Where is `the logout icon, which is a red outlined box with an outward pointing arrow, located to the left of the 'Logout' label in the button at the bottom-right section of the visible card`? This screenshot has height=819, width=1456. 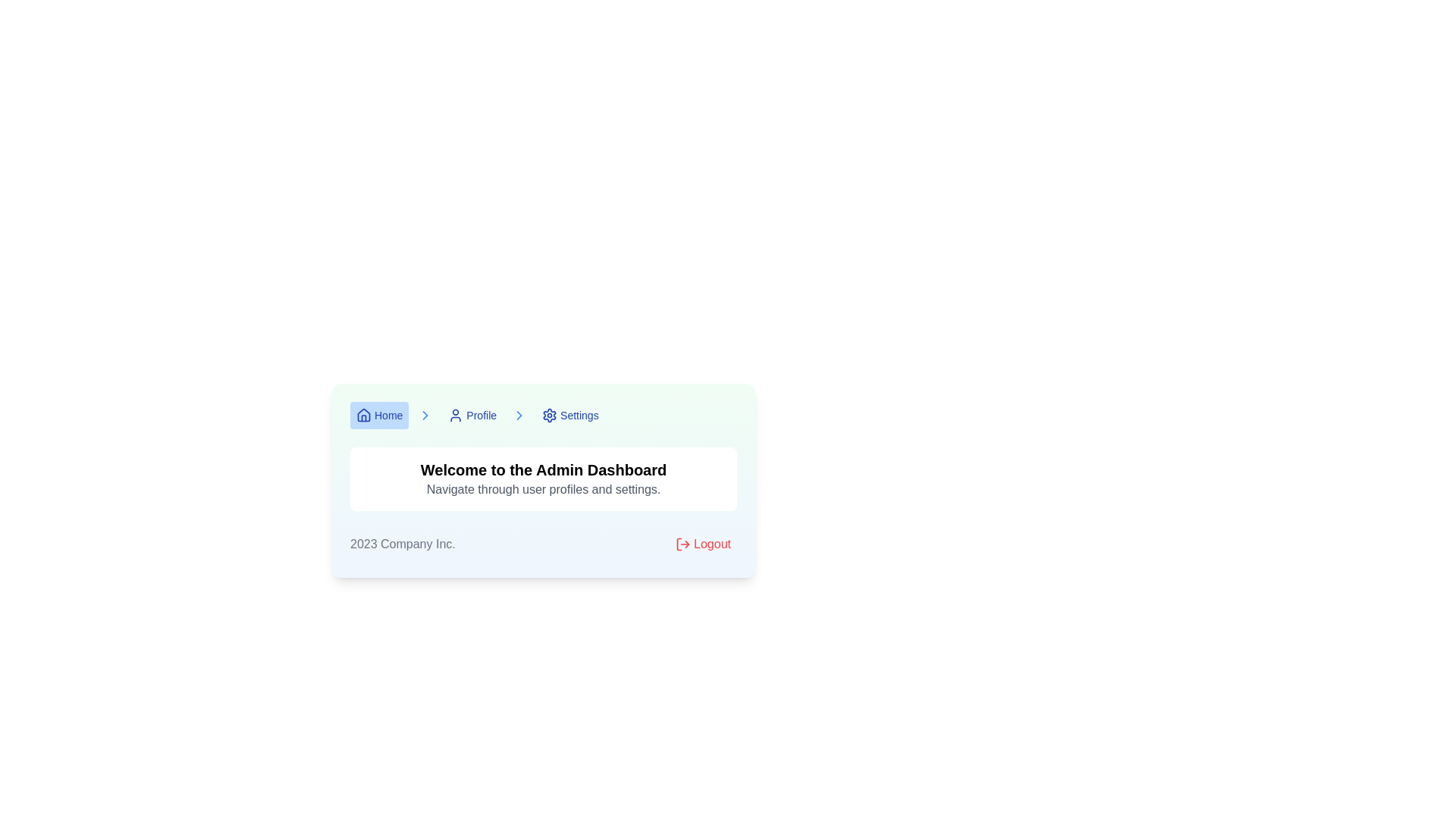 the logout icon, which is a red outlined box with an outward pointing arrow, located to the left of the 'Logout' label in the button at the bottom-right section of the visible card is located at coordinates (682, 543).